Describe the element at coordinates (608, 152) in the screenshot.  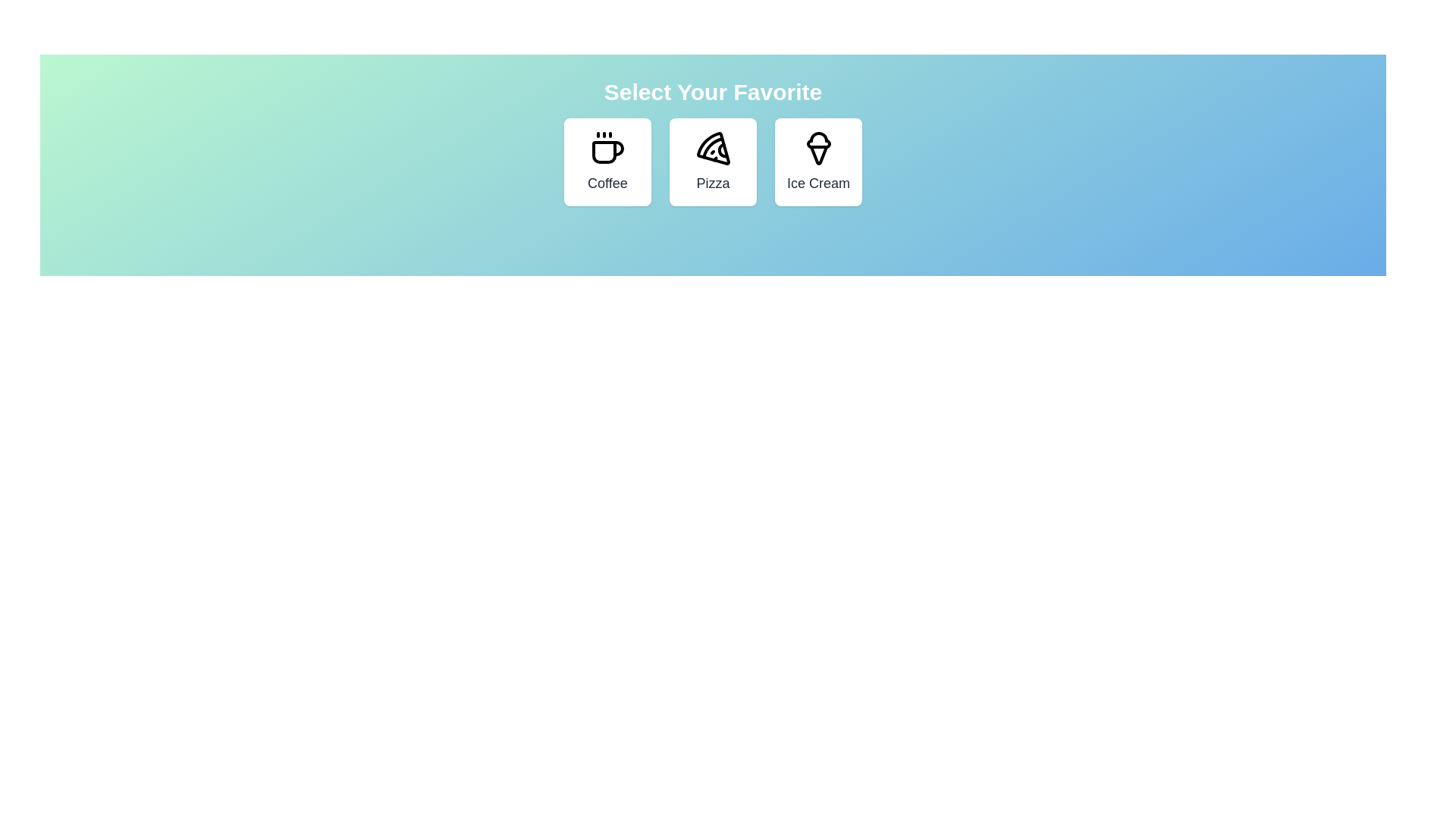
I see `the coffee-themed icon within the left-most graphic tile under the title 'Select Your Favorite'` at that location.